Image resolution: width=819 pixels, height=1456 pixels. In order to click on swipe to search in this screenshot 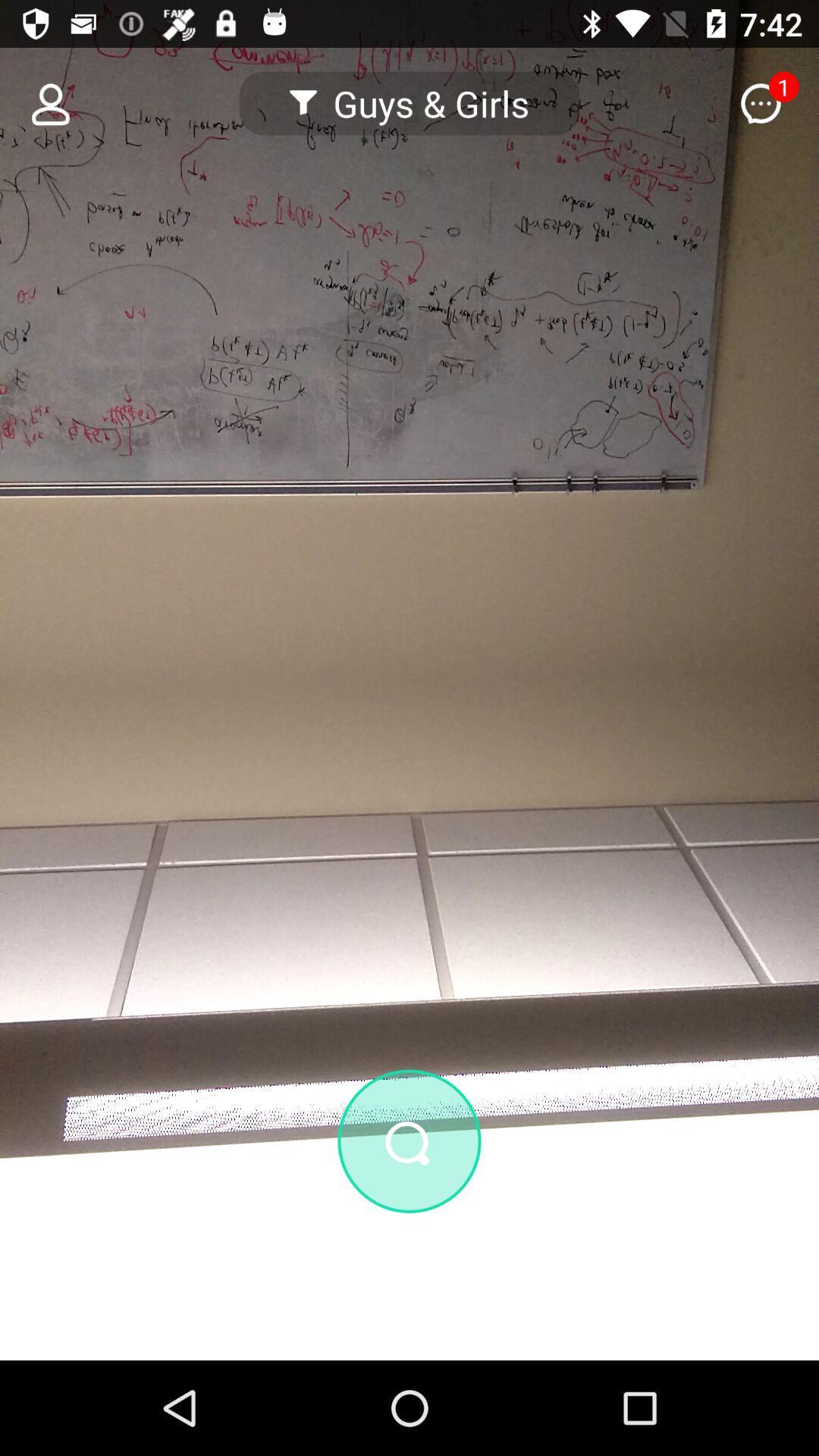, I will do `click(409, 1222)`.